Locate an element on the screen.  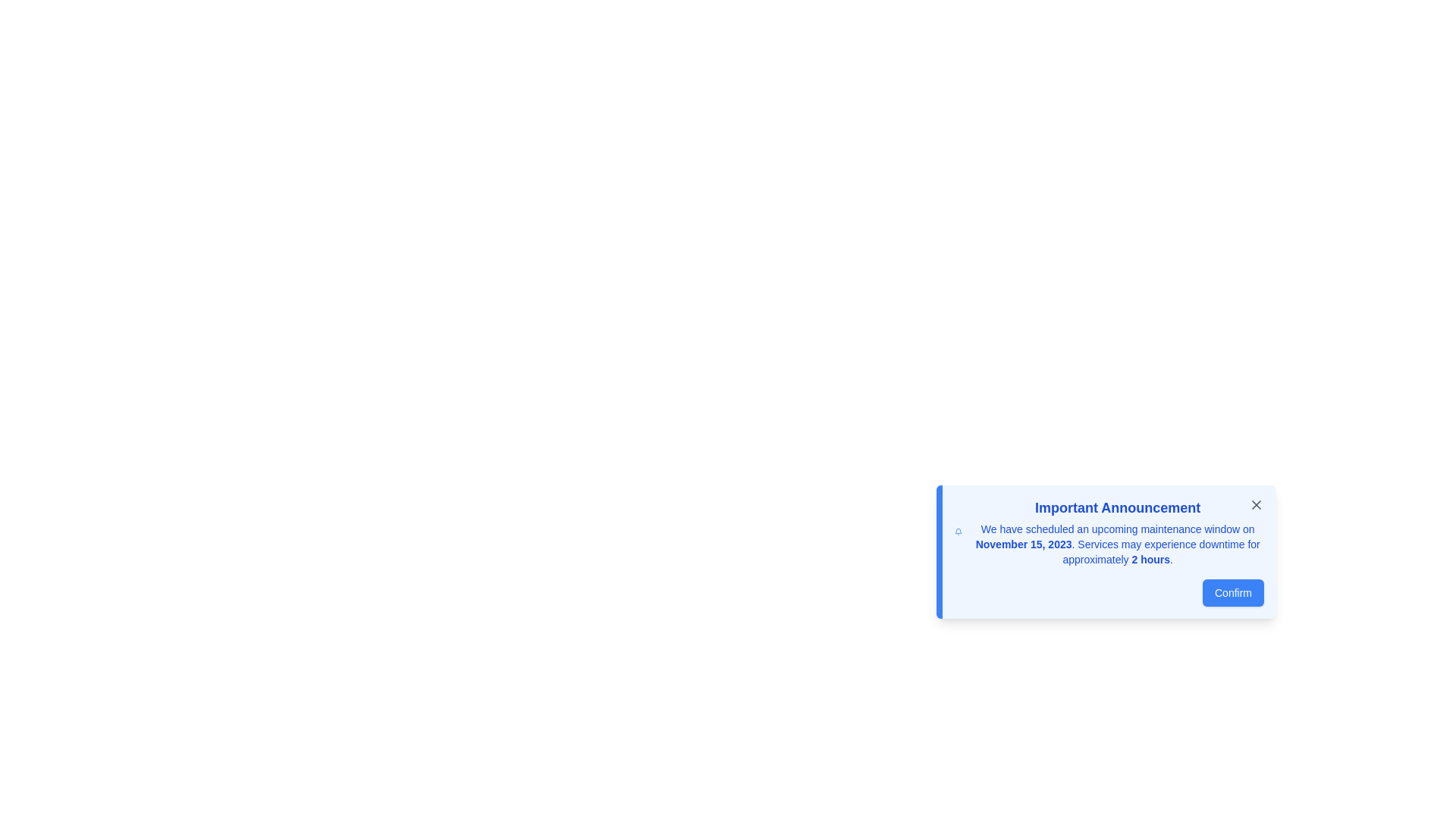
the small 'X' icon button located in the top-right corner of the rectangular modal dialog box is located at coordinates (1256, 505).